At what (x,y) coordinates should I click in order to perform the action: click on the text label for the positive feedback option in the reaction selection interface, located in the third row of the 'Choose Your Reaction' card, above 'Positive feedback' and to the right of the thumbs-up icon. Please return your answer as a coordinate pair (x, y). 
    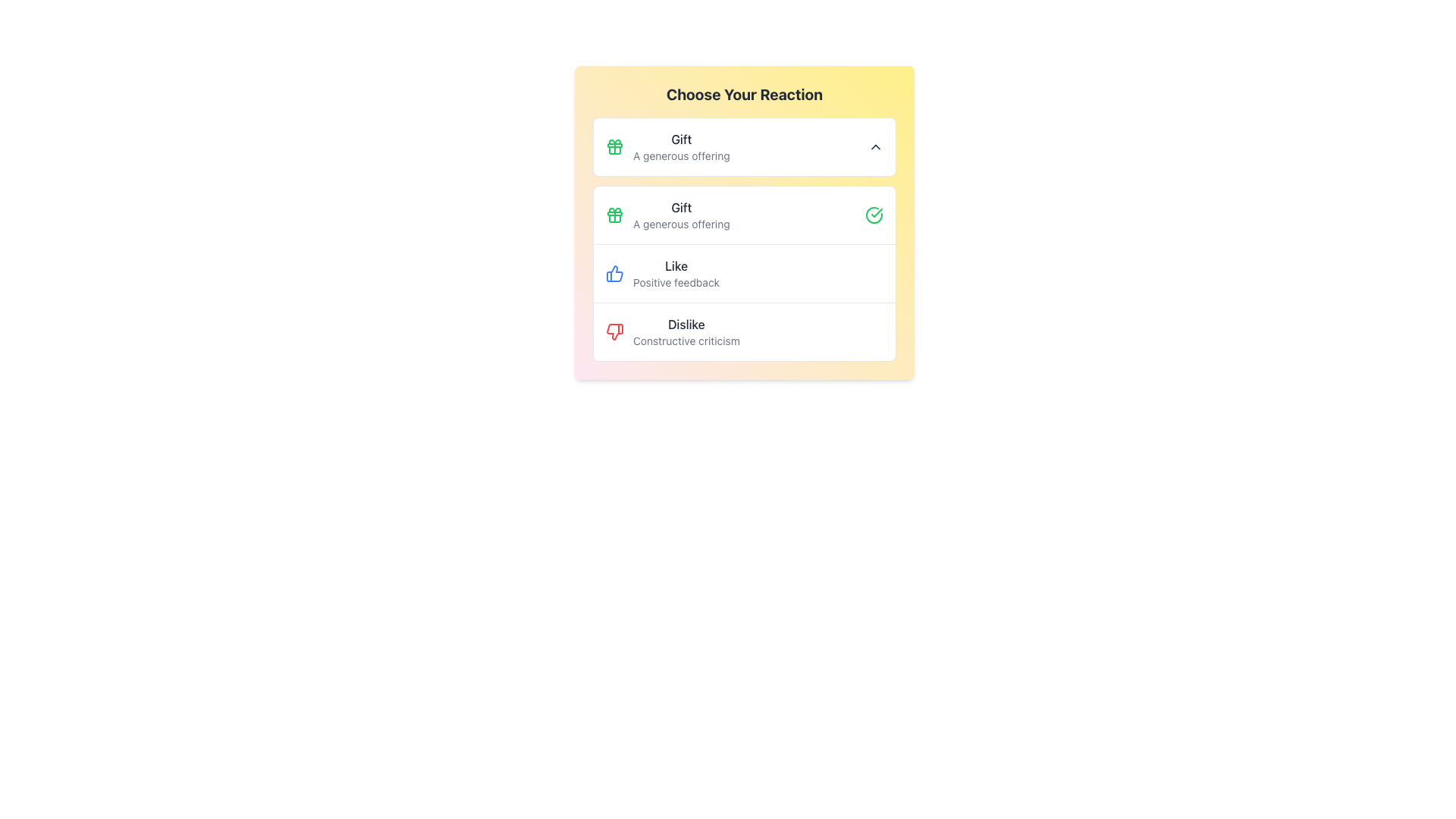
    Looking at the image, I should click on (676, 265).